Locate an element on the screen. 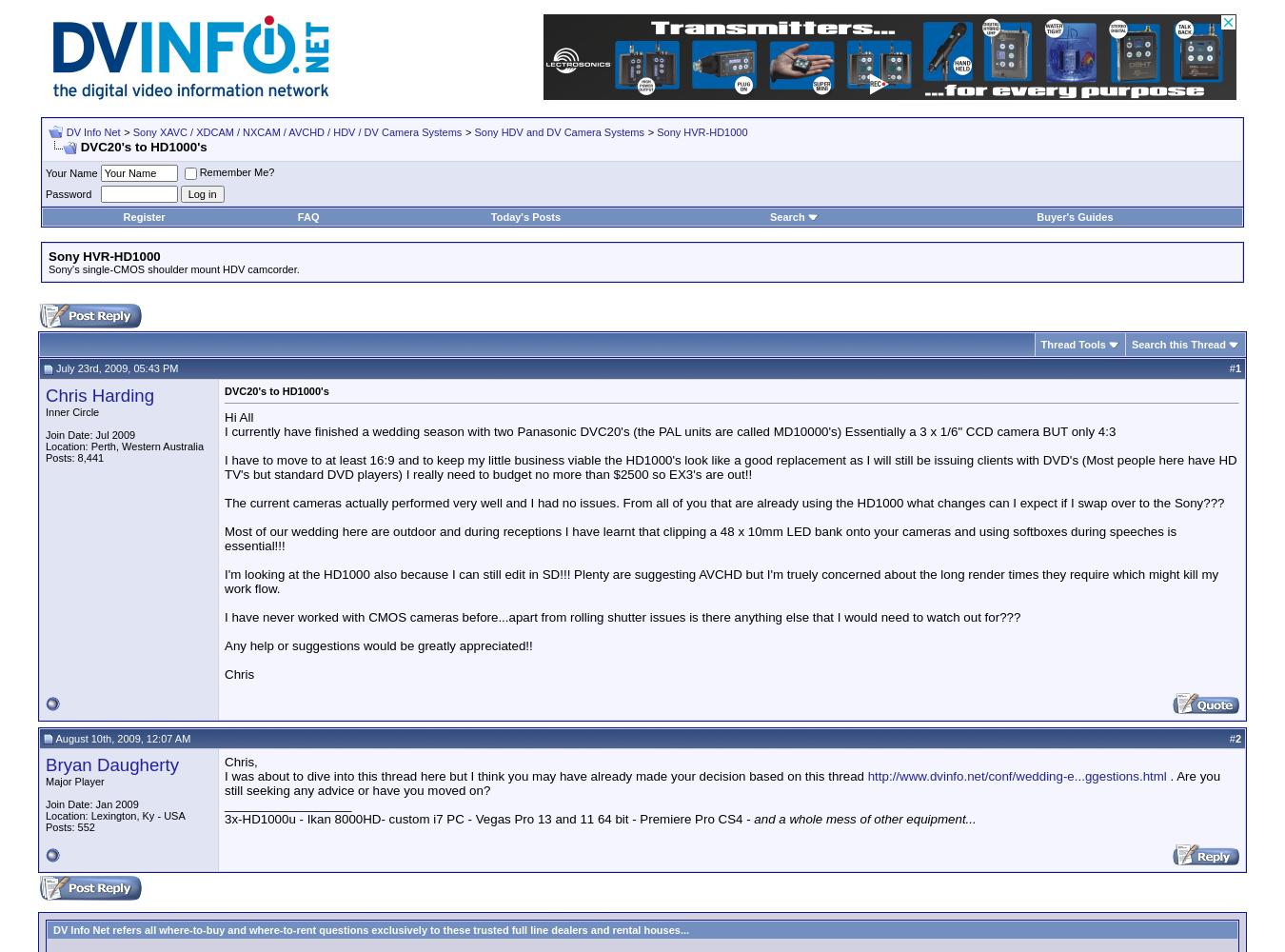 Image resolution: width=1285 pixels, height=952 pixels. 'Sony XAVC / XDCAM / NXCAM / AVCHD / HDV / DV Camera Systems' is located at coordinates (295, 132).